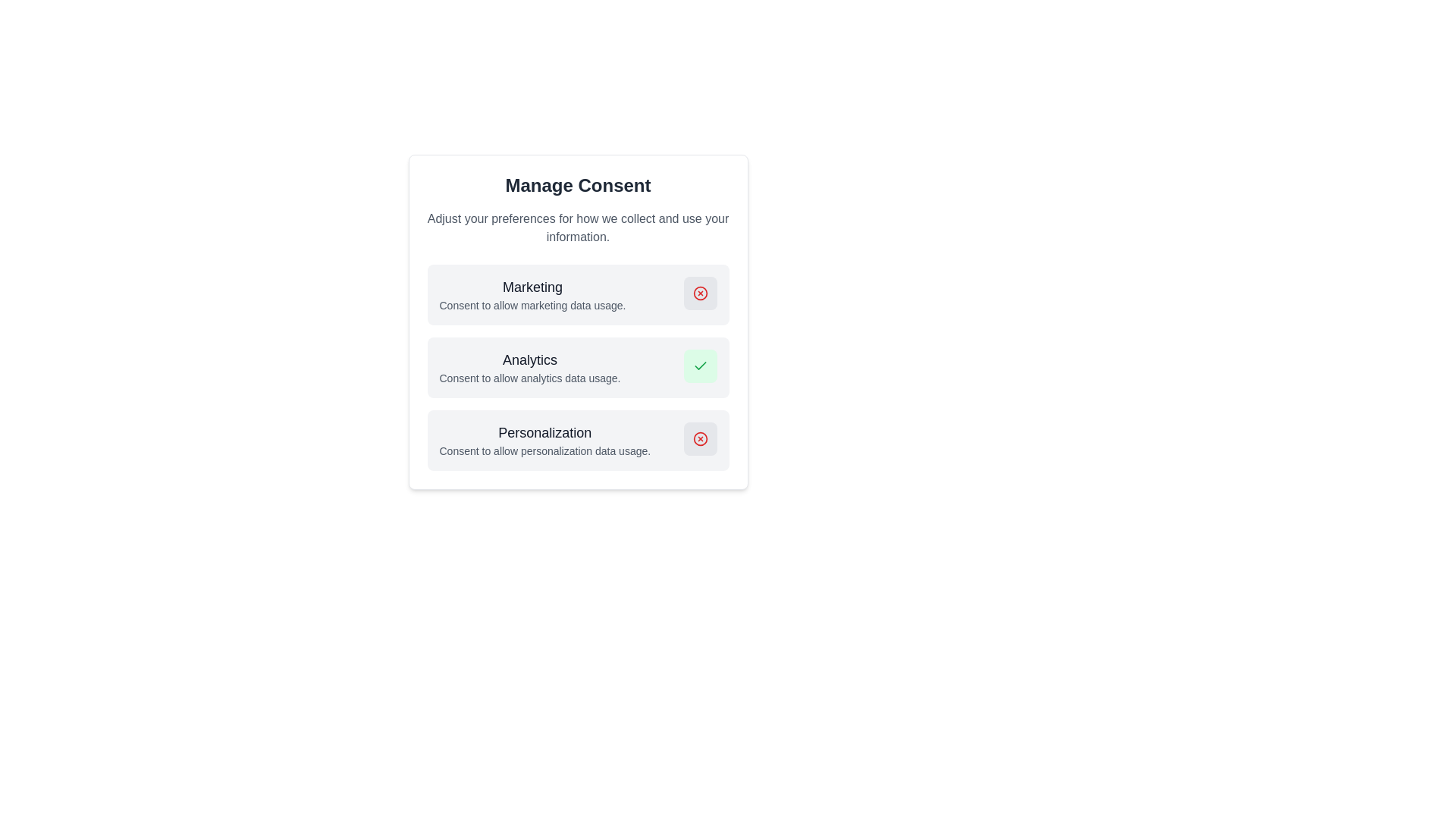 The height and width of the screenshot is (819, 1456). Describe the element at coordinates (544, 441) in the screenshot. I see `the static text component that displays 'Personalization' and 'Consent to allow personalization data usage.' This component is the third card in the 'Manage Consent' section, positioned below the 'Analytics' card` at that location.